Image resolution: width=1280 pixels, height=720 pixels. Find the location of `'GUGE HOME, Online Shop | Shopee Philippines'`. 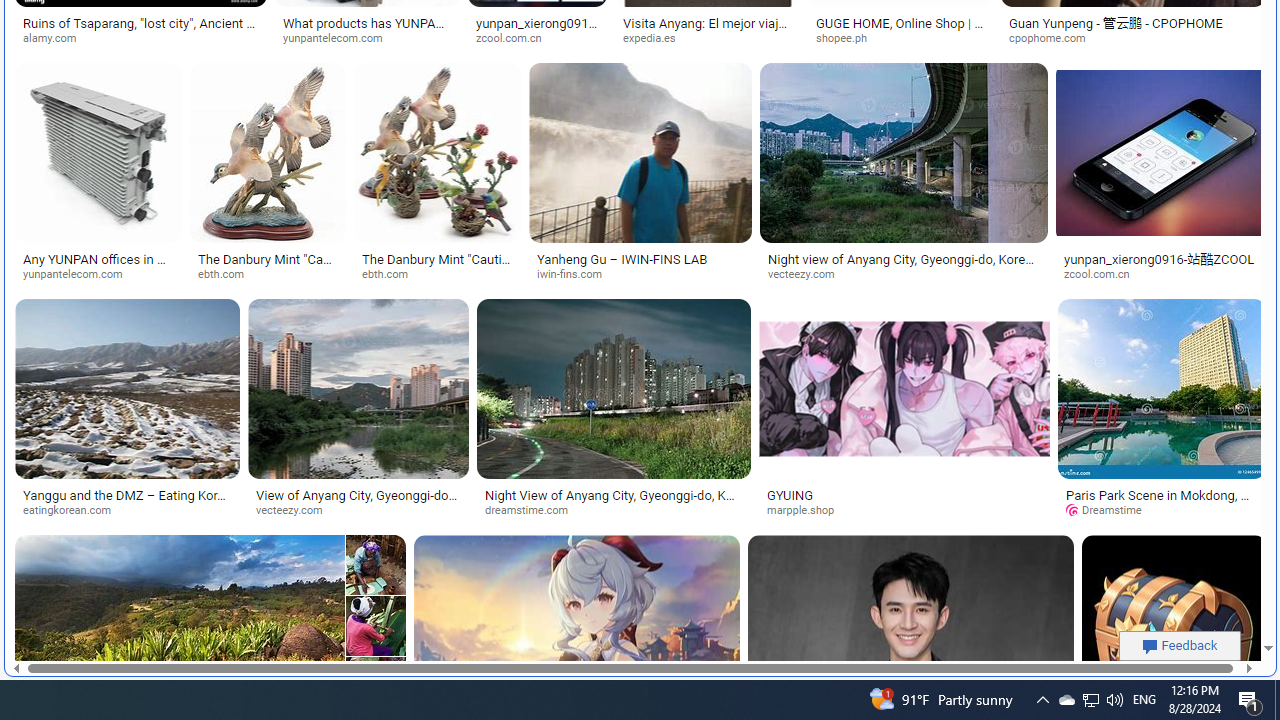

'GUGE HOME, Online Shop | Shopee Philippines' is located at coordinates (899, 30).